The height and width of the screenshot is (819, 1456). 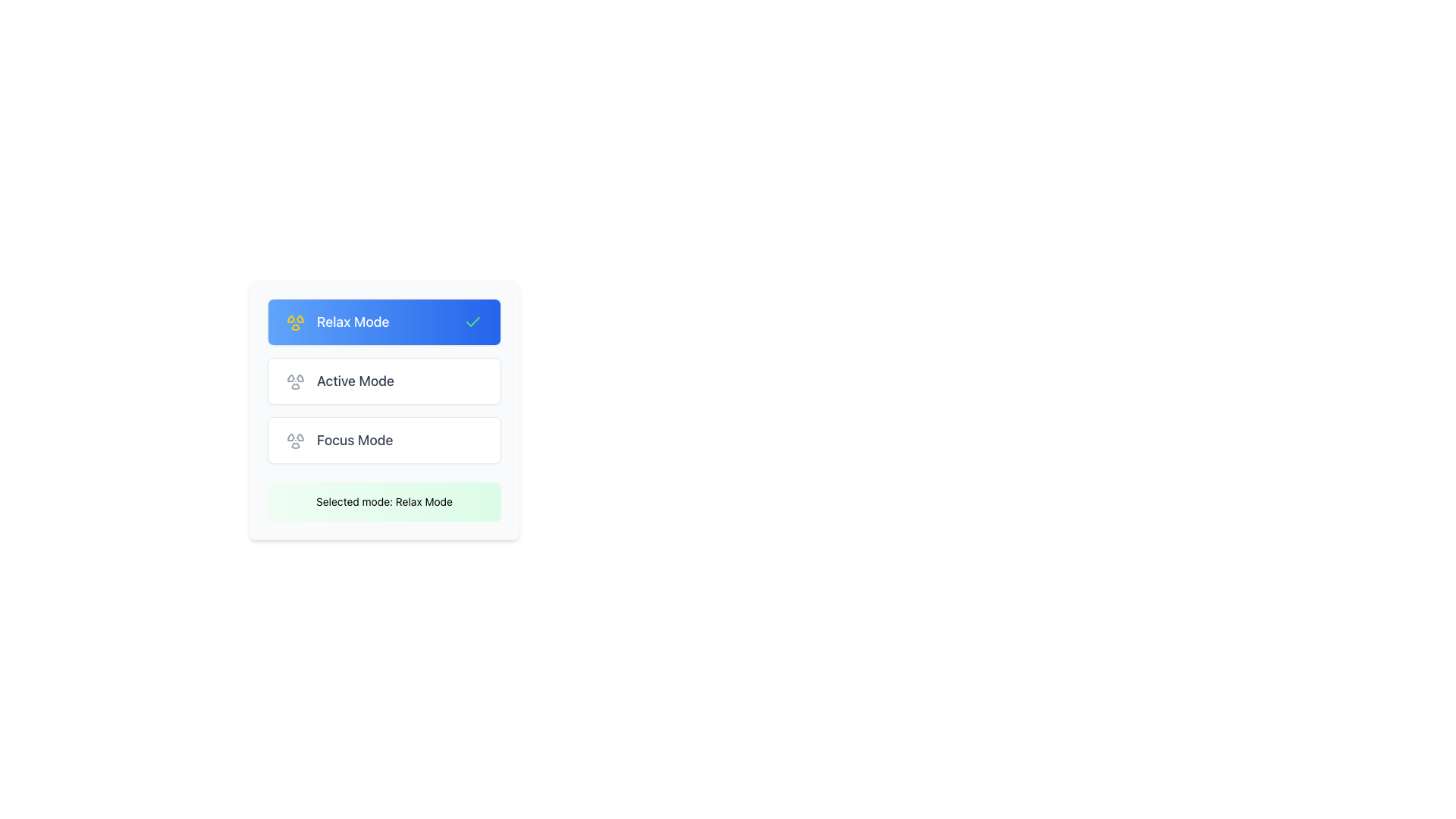 What do you see at coordinates (384, 321) in the screenshot?
I see `the 'Relax Mode' button, which is a rectangular button with a blue gradient background and features a yellow radiation icon and a green checkmark, positioned above the 'Active Mode' and 'Focus Mode' buttons` at bounding box center [384, 321].